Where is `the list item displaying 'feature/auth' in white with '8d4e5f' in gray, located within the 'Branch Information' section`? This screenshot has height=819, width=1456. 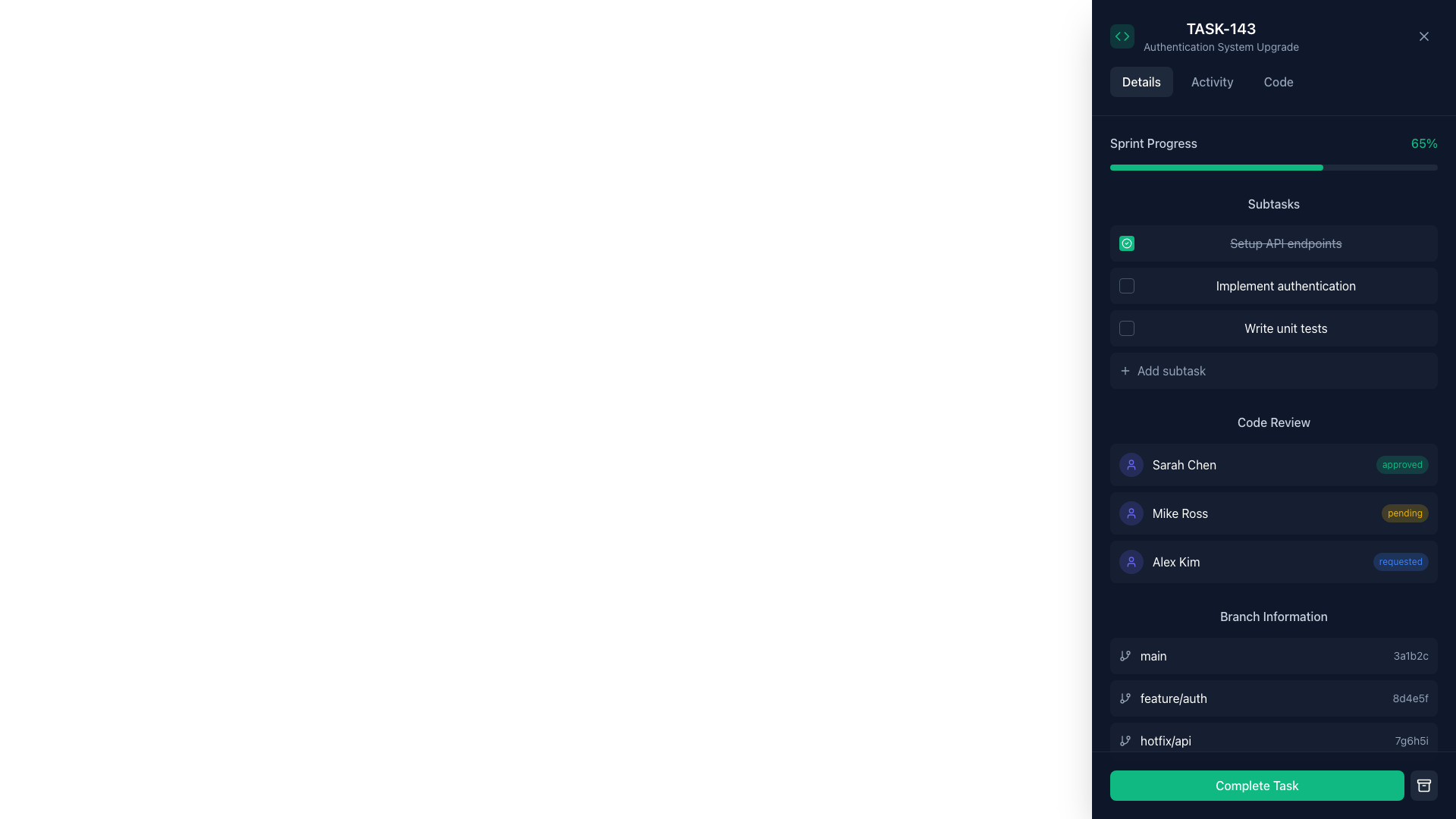
the list item displaying 'feature/auth' in white with '8d4e5f' in gray, located within the 'Branch Information' section is located at coordinates (1274, 698).